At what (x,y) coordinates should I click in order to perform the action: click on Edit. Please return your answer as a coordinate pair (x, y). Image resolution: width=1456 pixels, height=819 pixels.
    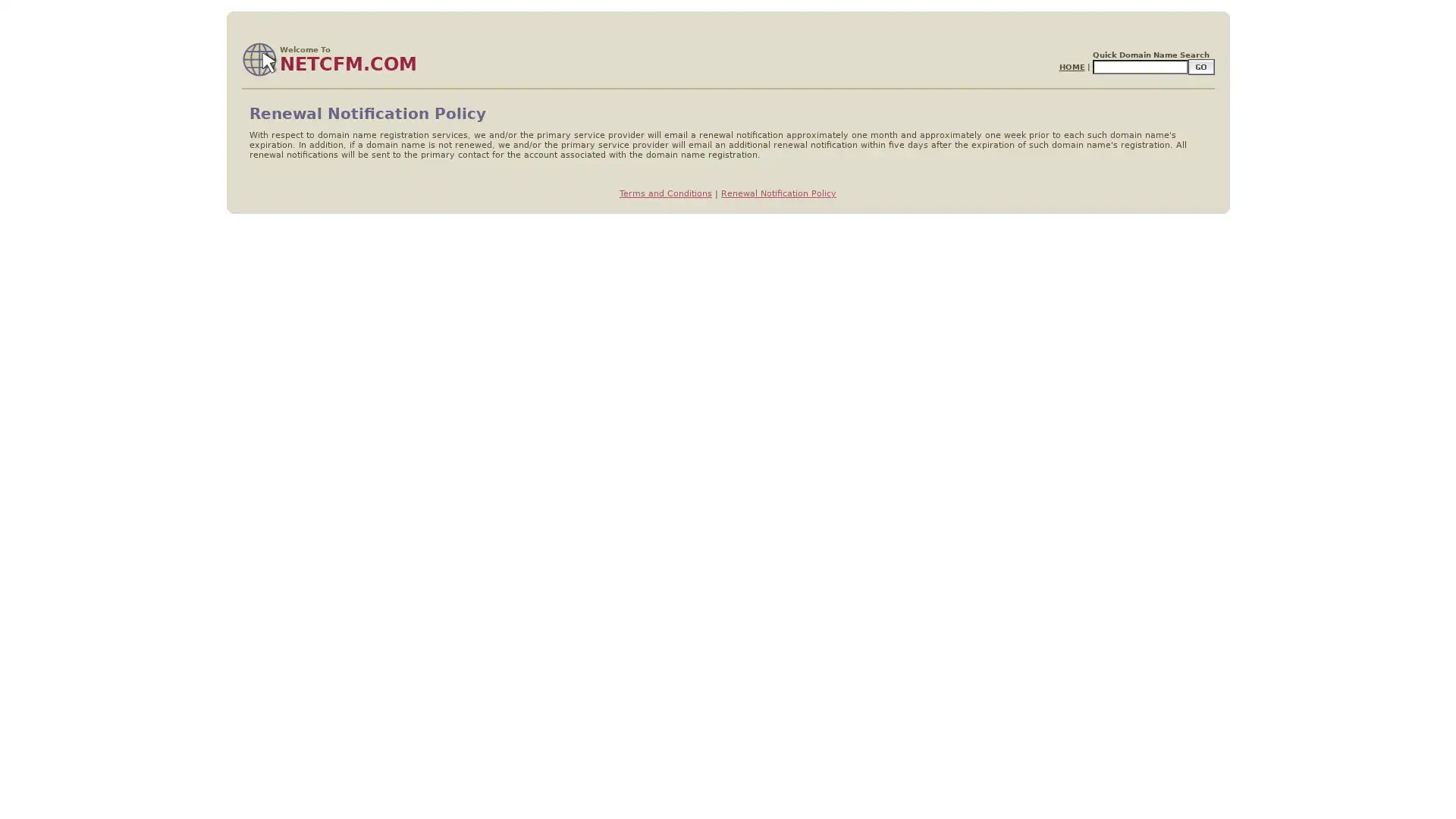
    Looking at the image, I should click on (1200, 66).